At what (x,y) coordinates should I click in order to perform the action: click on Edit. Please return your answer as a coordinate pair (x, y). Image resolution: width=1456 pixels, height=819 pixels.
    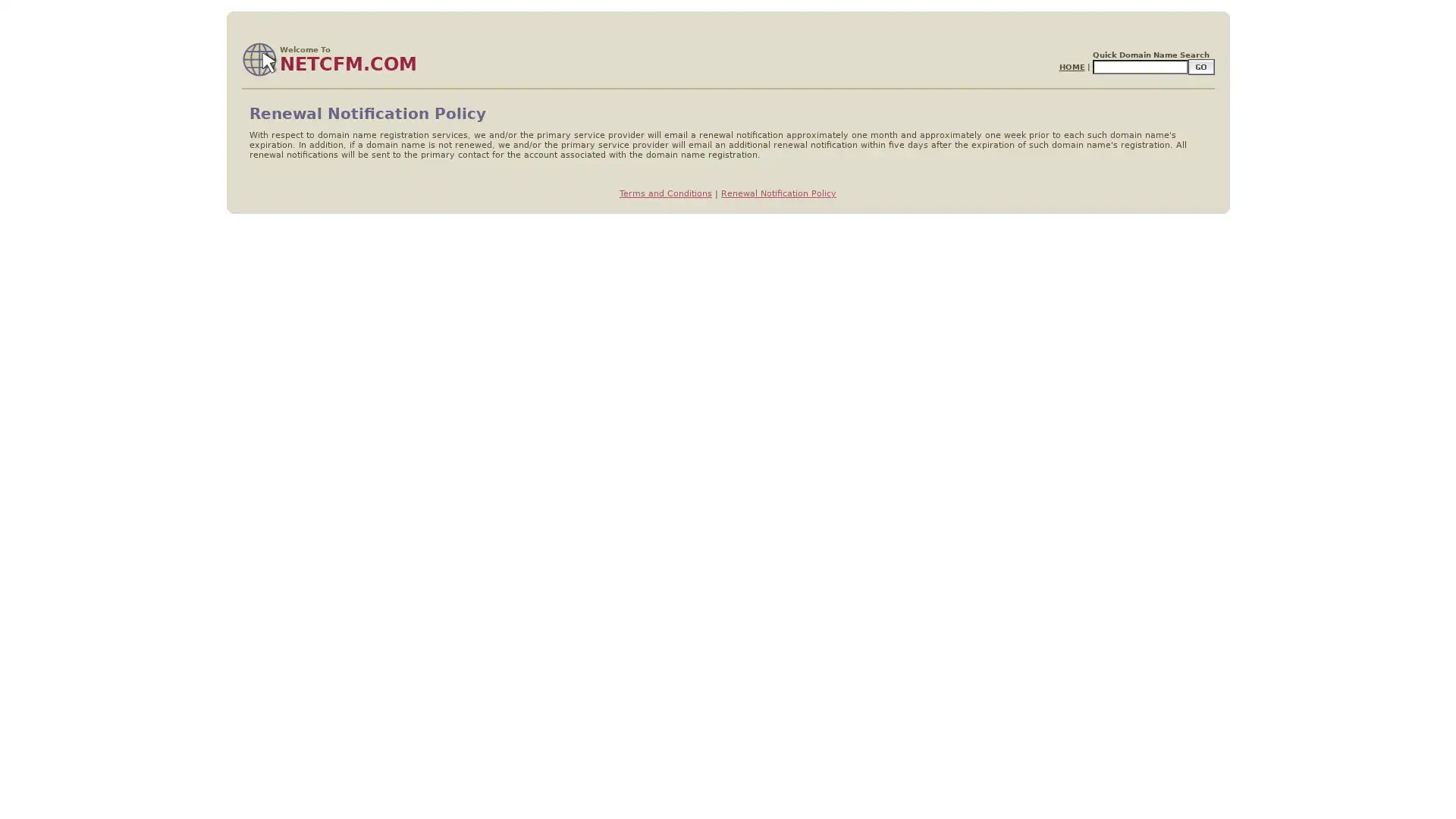
    Looking at the image, I should click on (1200, 66).